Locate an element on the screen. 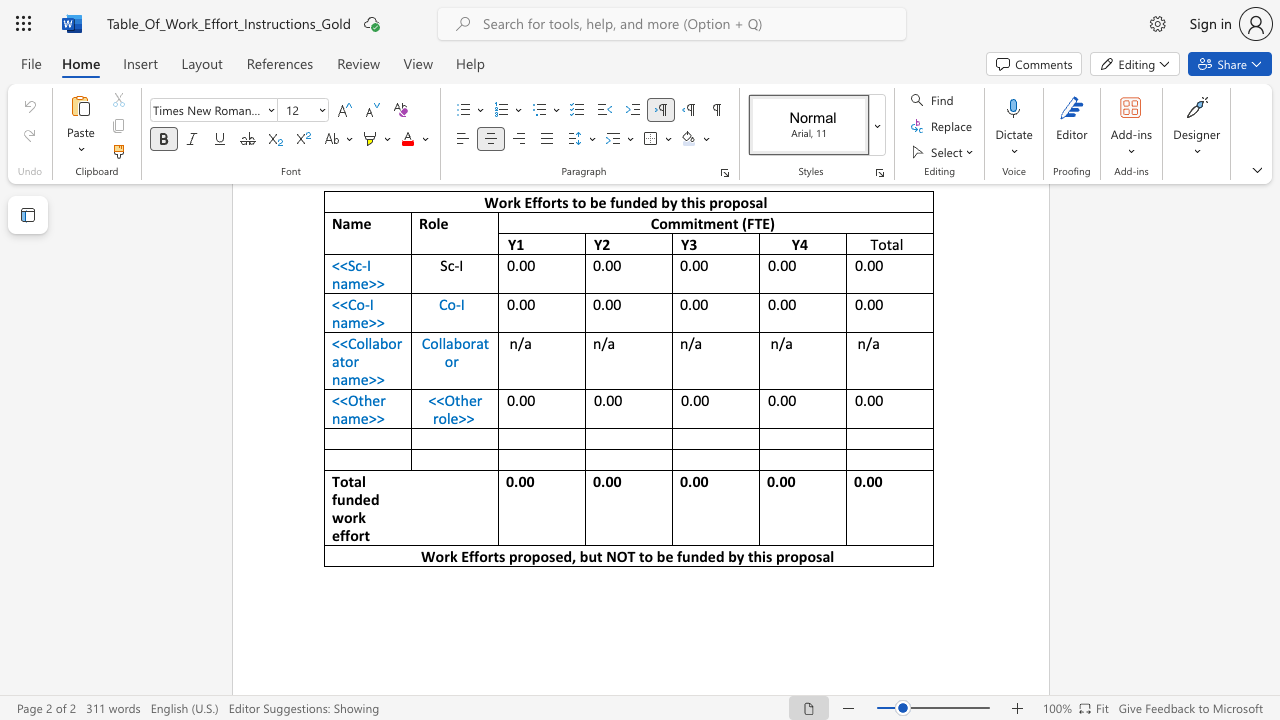 Image resolution: width=1280 pixels, height=720 pixels. the subset text "d, but NOT to be funded by th" within the text "Work Efforts proposed, but NOT to be funded by this proposal" is located at coordinates (562, 556).